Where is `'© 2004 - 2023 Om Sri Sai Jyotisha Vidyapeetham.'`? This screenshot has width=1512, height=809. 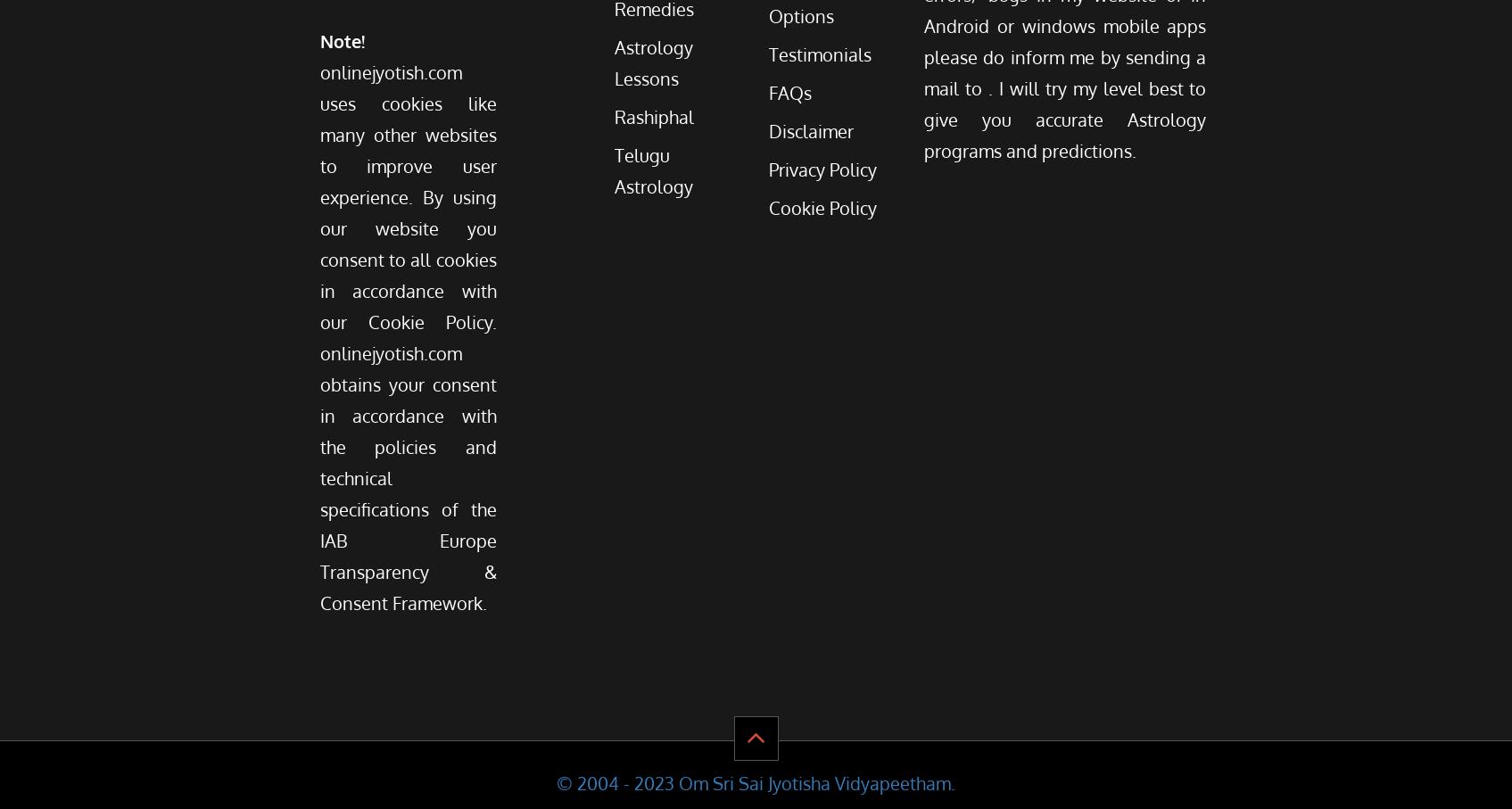
'© 2004 - 2023 Om Sri Sai Jyotisha Vidyapeetham.' is located at coordinates (756, 781).